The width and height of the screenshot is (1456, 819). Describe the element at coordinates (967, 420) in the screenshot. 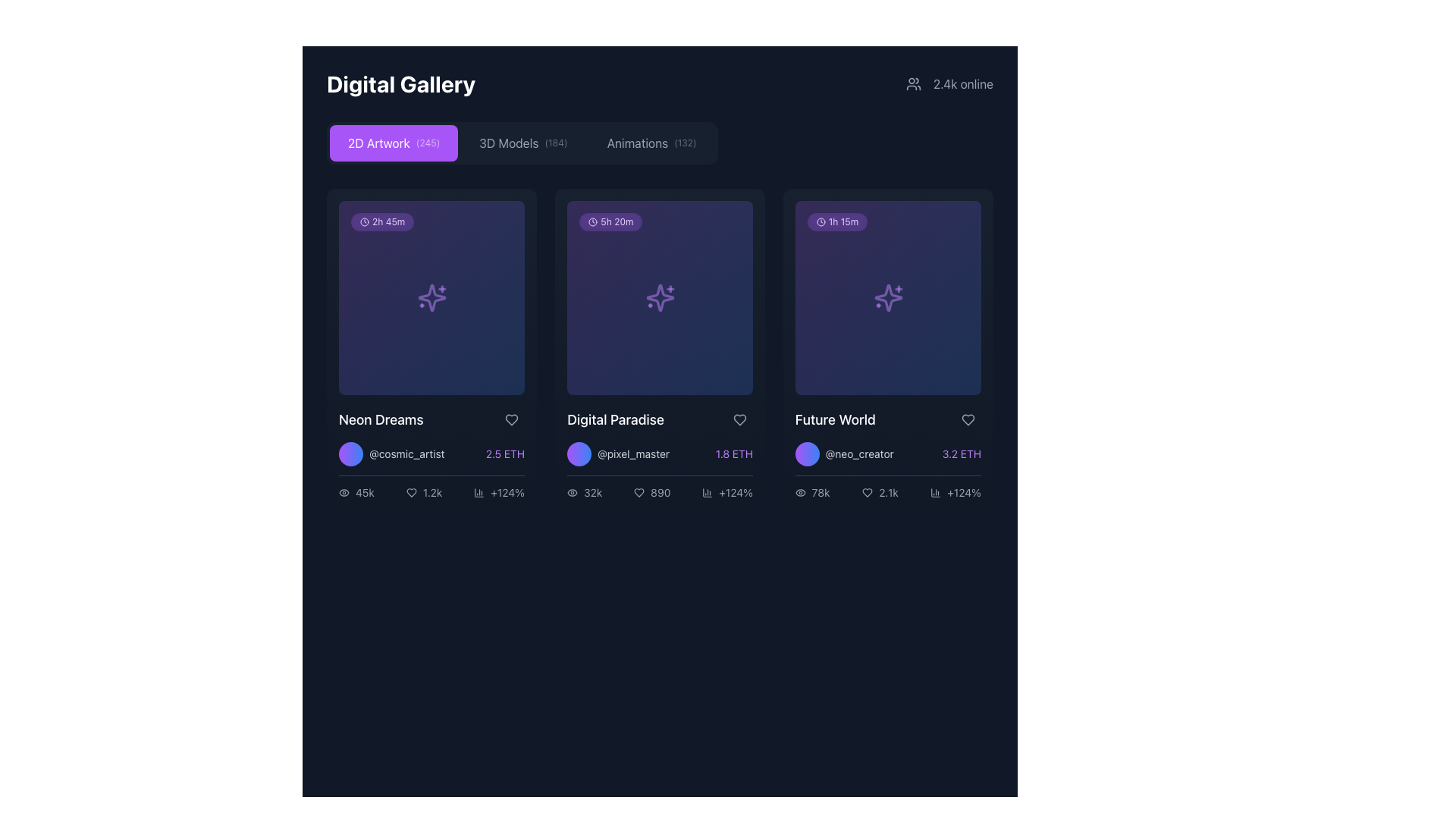

I see `the heart-shaped icon button at the bottom-right corner of the 'Future World' card to mark the item as a favorite` at that location.